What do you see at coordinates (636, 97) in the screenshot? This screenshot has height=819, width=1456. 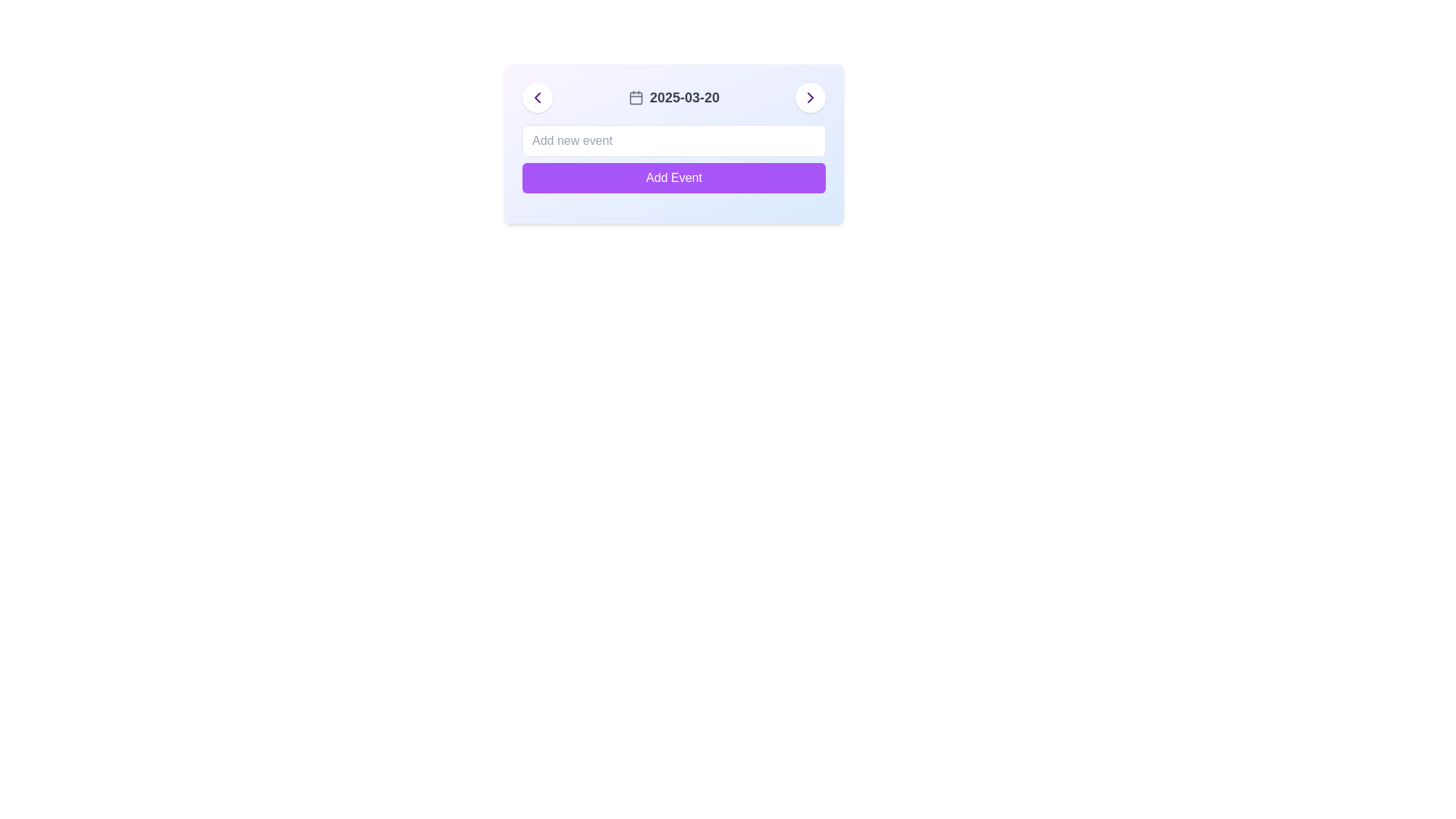 I see `the calendar icon, which is styled with a rounded, minimalist line art in gray color and positioned immediately to the left of the date text '2025-03-20'` at bounding box center [636, 97].